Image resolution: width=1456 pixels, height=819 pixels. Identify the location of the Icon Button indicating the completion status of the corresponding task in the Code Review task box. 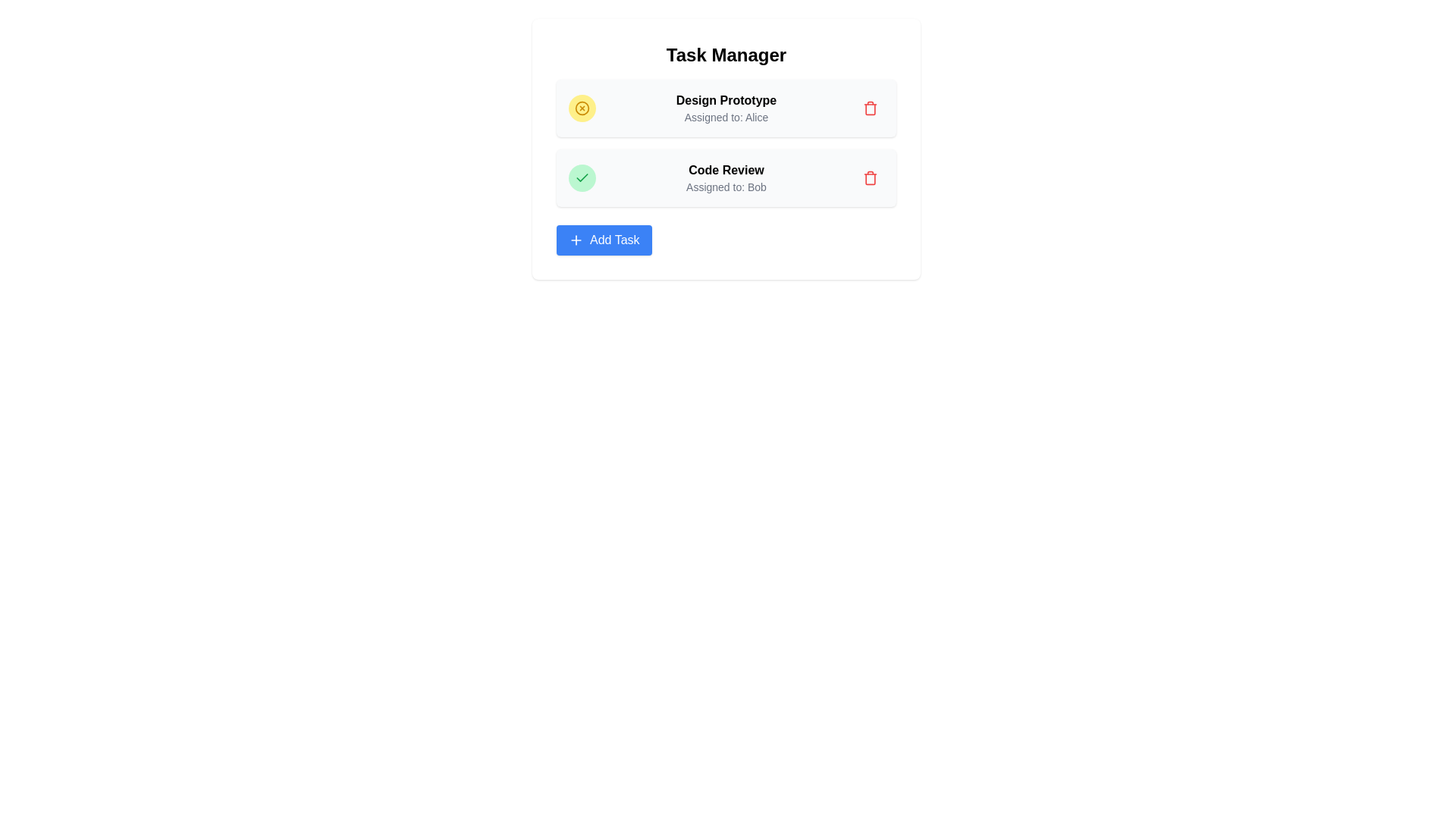
(582, 177).